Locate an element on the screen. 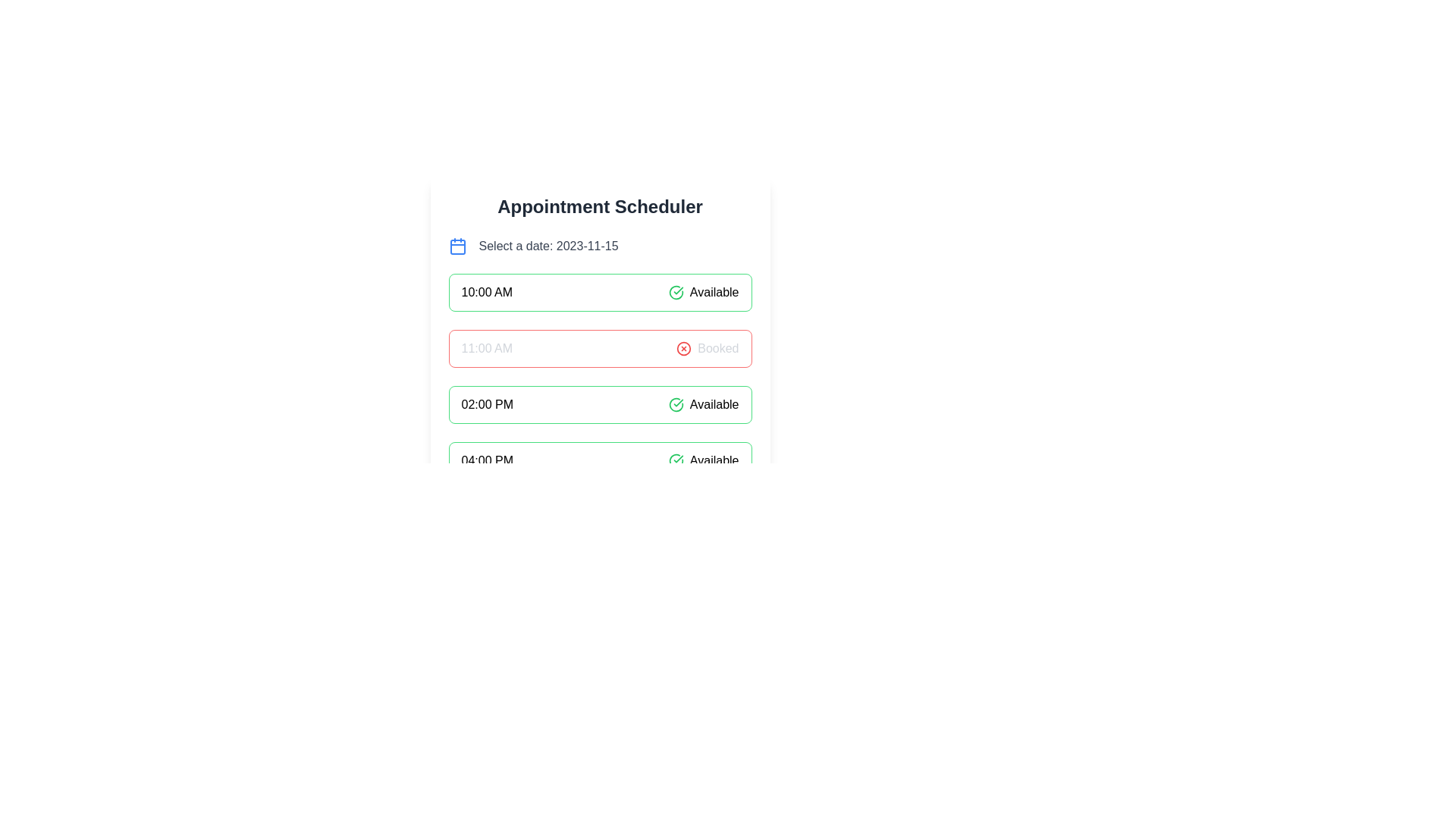  the outer circular boundary of the checkmark icon in the SVG graphic that indicates availability, positioned near the text '02:00 PM Available' is located at coordinates (675, 460).